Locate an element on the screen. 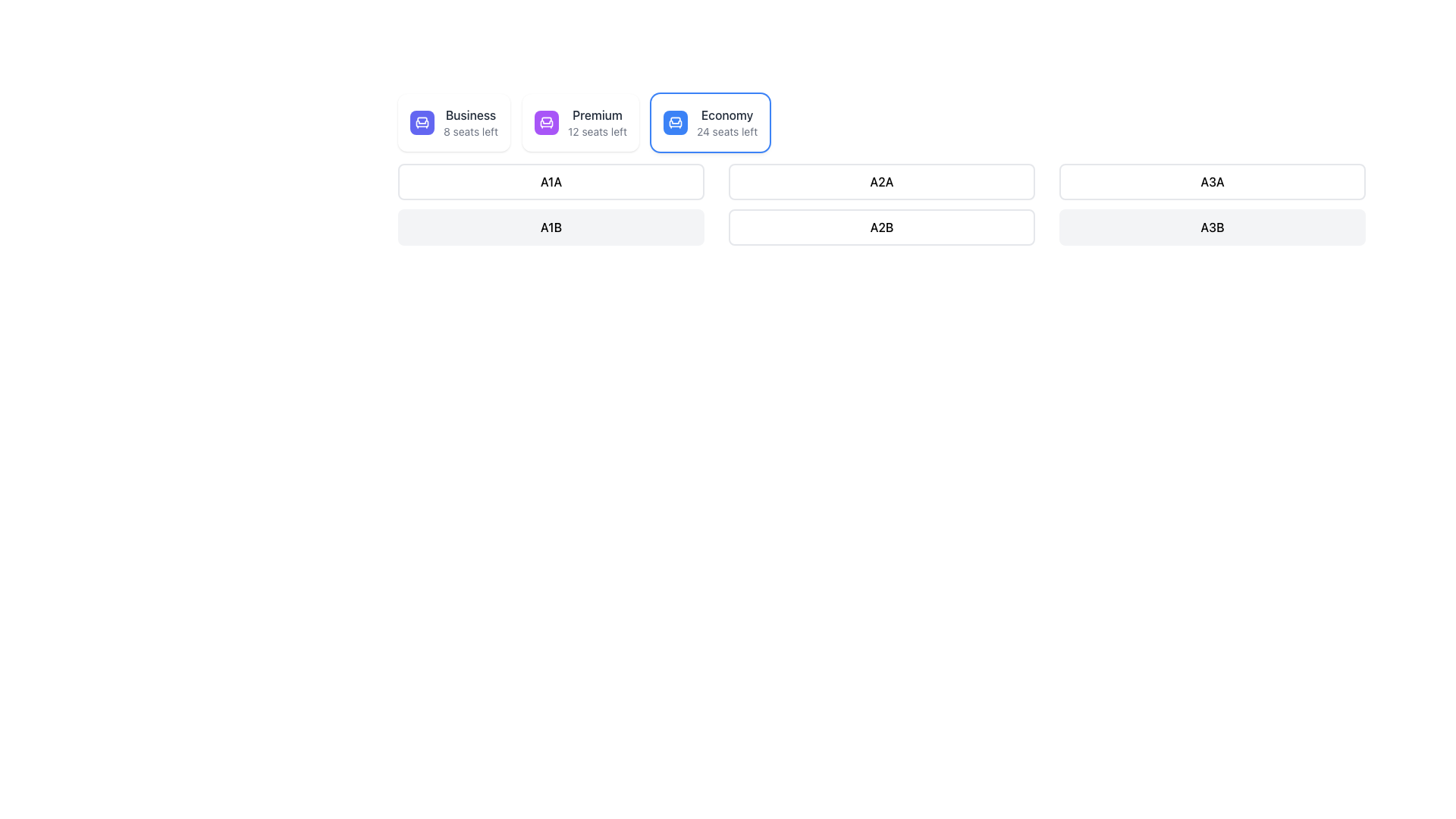  the button labeled 'A1A', which is the first button in the vertical stack under the 'Economy' section is located at coordinates (550, 180).